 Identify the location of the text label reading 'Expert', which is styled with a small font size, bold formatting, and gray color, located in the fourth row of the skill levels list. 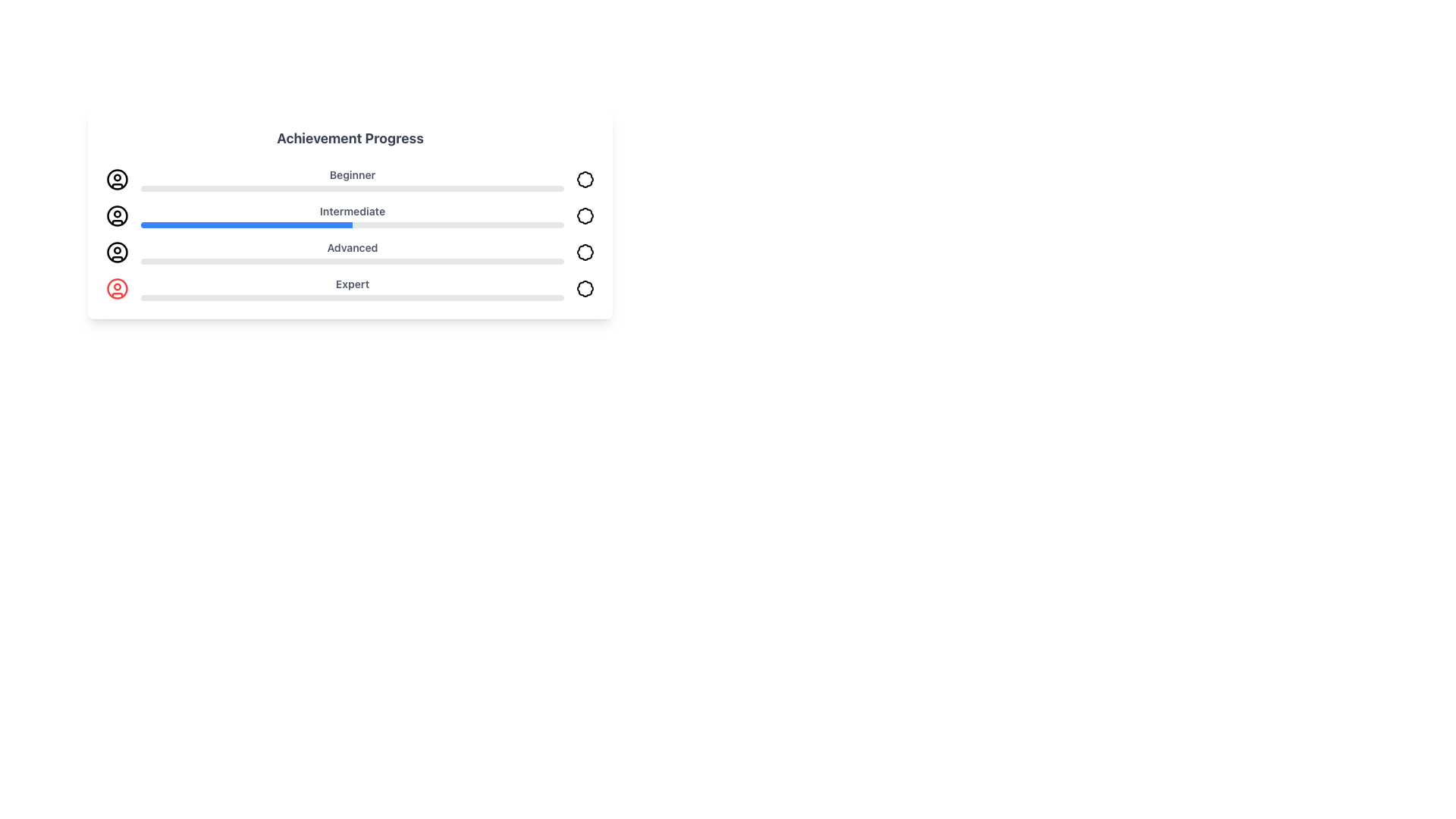
(352, 284).